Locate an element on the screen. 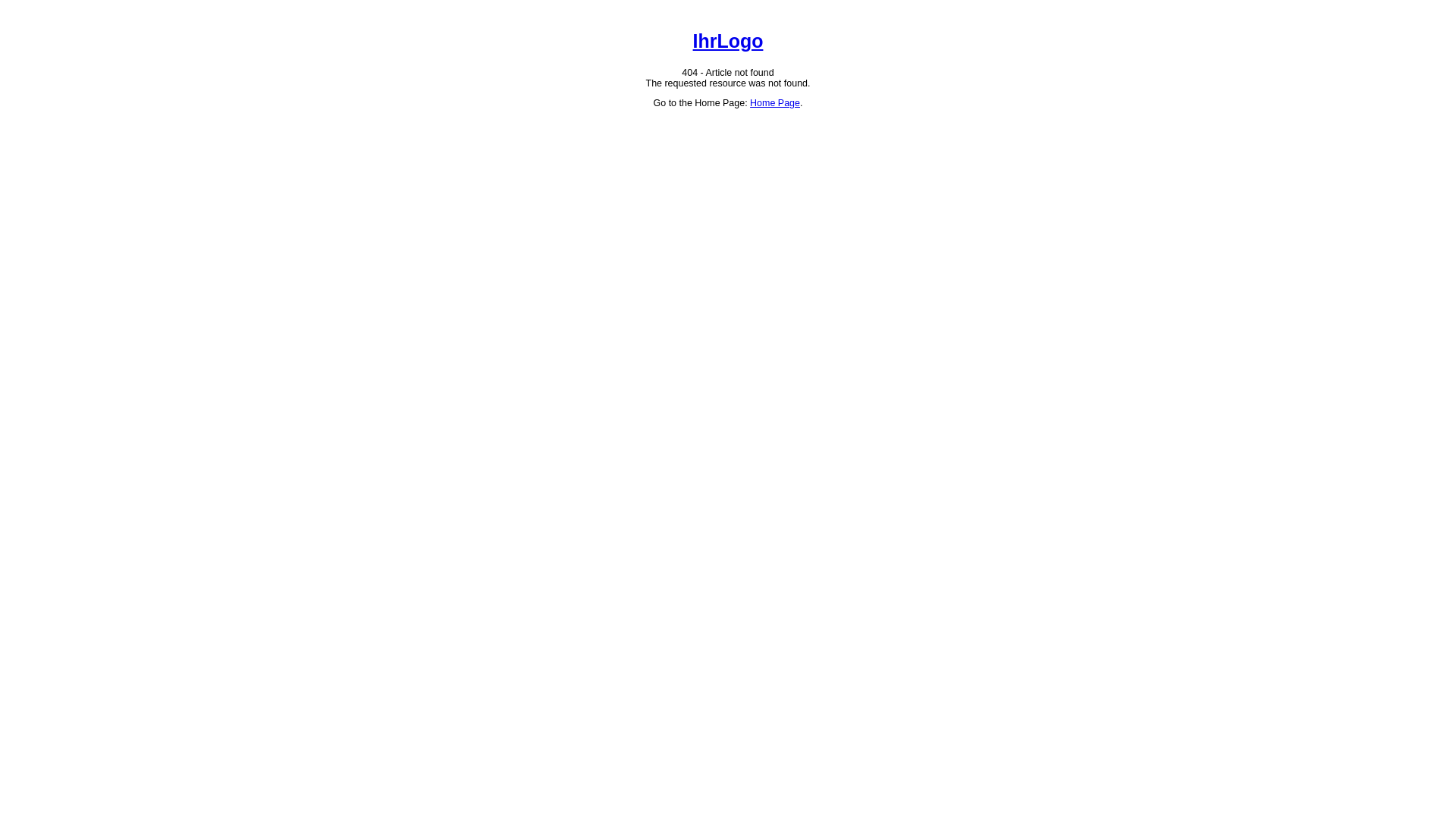 This screenshot has width=1456, height=819. 'IhrLogo' is located at coordinates (728, 40).